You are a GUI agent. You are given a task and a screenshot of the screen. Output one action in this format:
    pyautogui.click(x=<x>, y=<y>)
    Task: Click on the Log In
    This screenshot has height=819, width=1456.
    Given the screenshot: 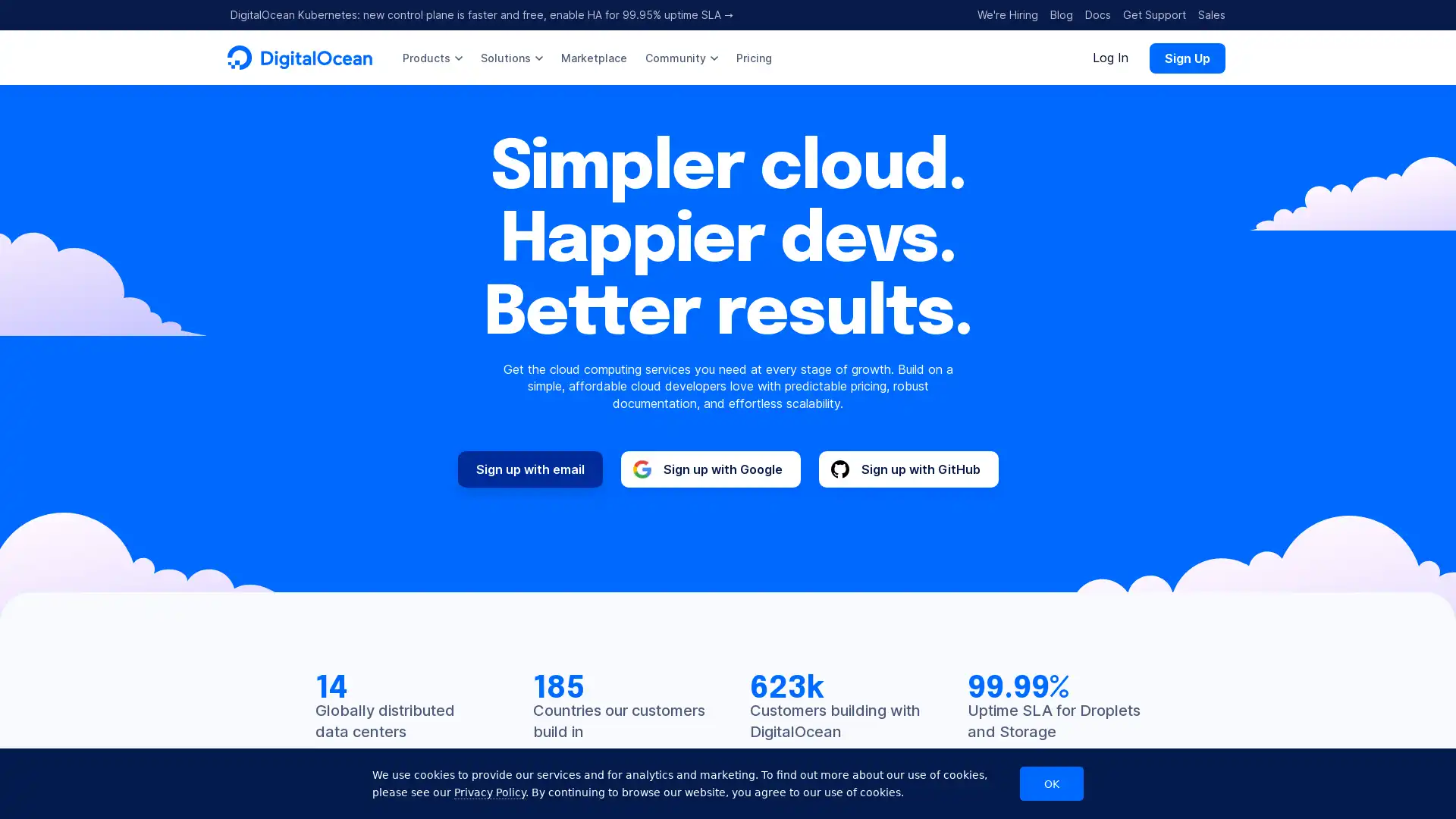 What is the action you would take?
    pyautogui.click(x=1110, y=57)
    